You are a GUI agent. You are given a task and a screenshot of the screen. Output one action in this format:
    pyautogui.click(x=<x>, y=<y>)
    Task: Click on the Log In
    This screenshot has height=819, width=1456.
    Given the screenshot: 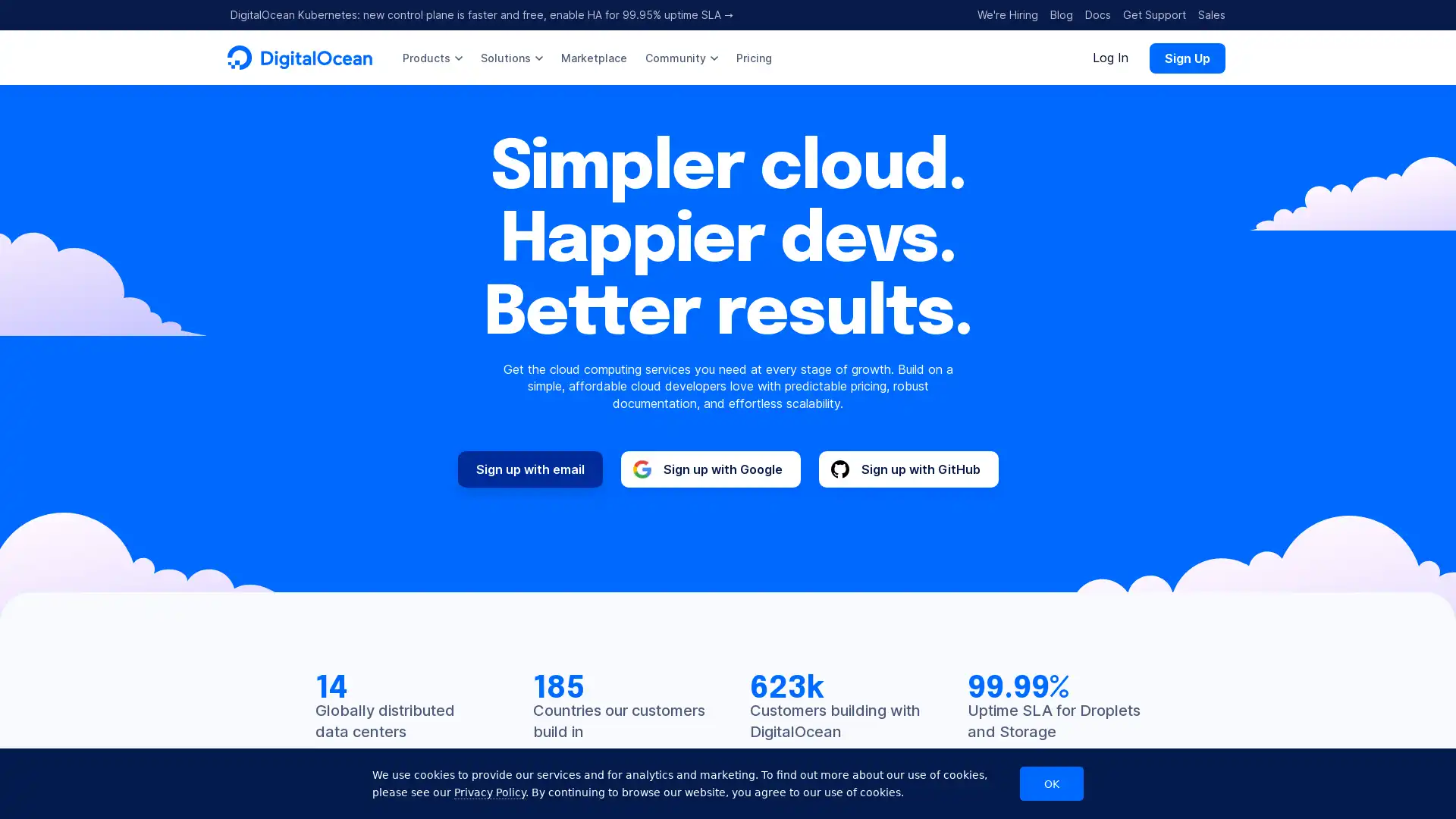 What is the action you would take?
    pyautogui.click(x=1110, y=57)
    